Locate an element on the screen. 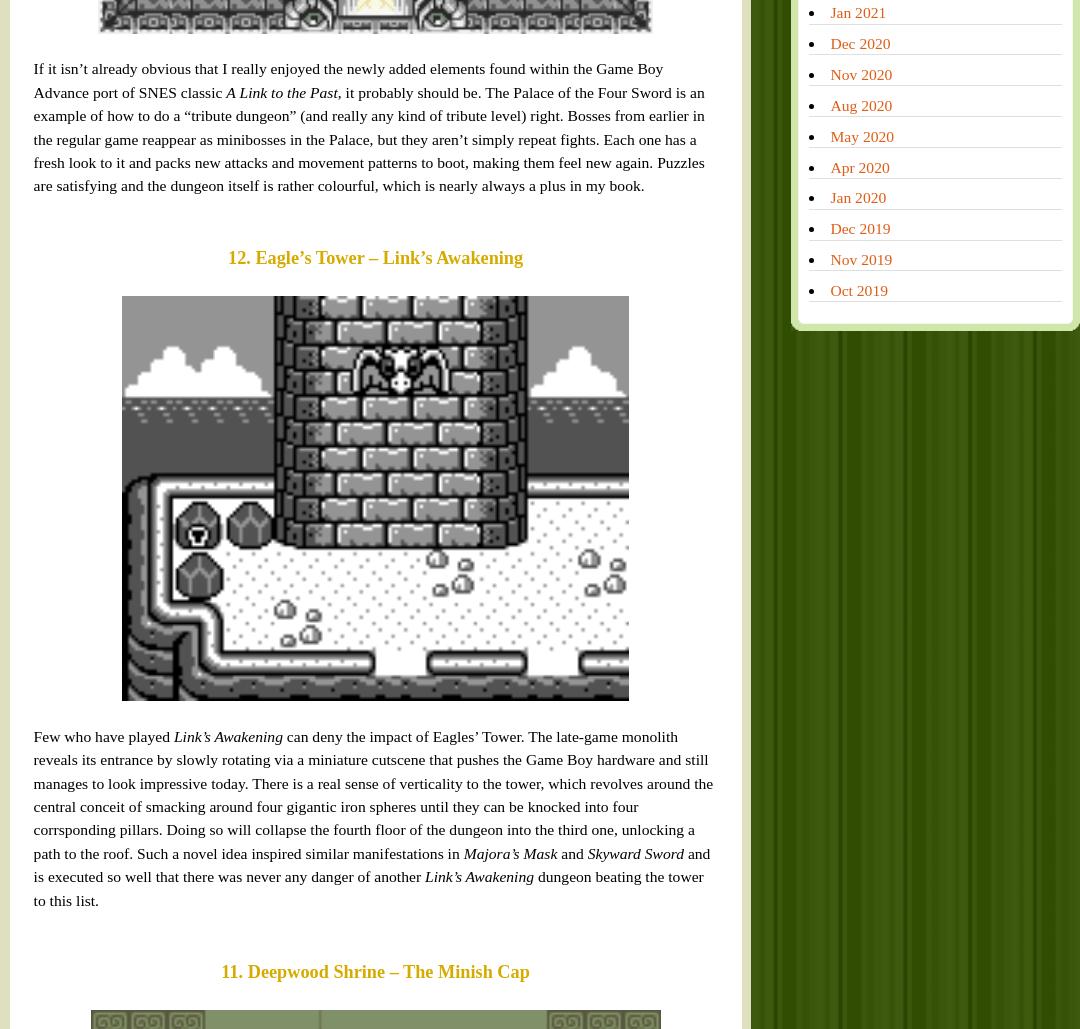 The image size is (1080, 1029). 'Aug 2014' is located at coordinates (690, 960).